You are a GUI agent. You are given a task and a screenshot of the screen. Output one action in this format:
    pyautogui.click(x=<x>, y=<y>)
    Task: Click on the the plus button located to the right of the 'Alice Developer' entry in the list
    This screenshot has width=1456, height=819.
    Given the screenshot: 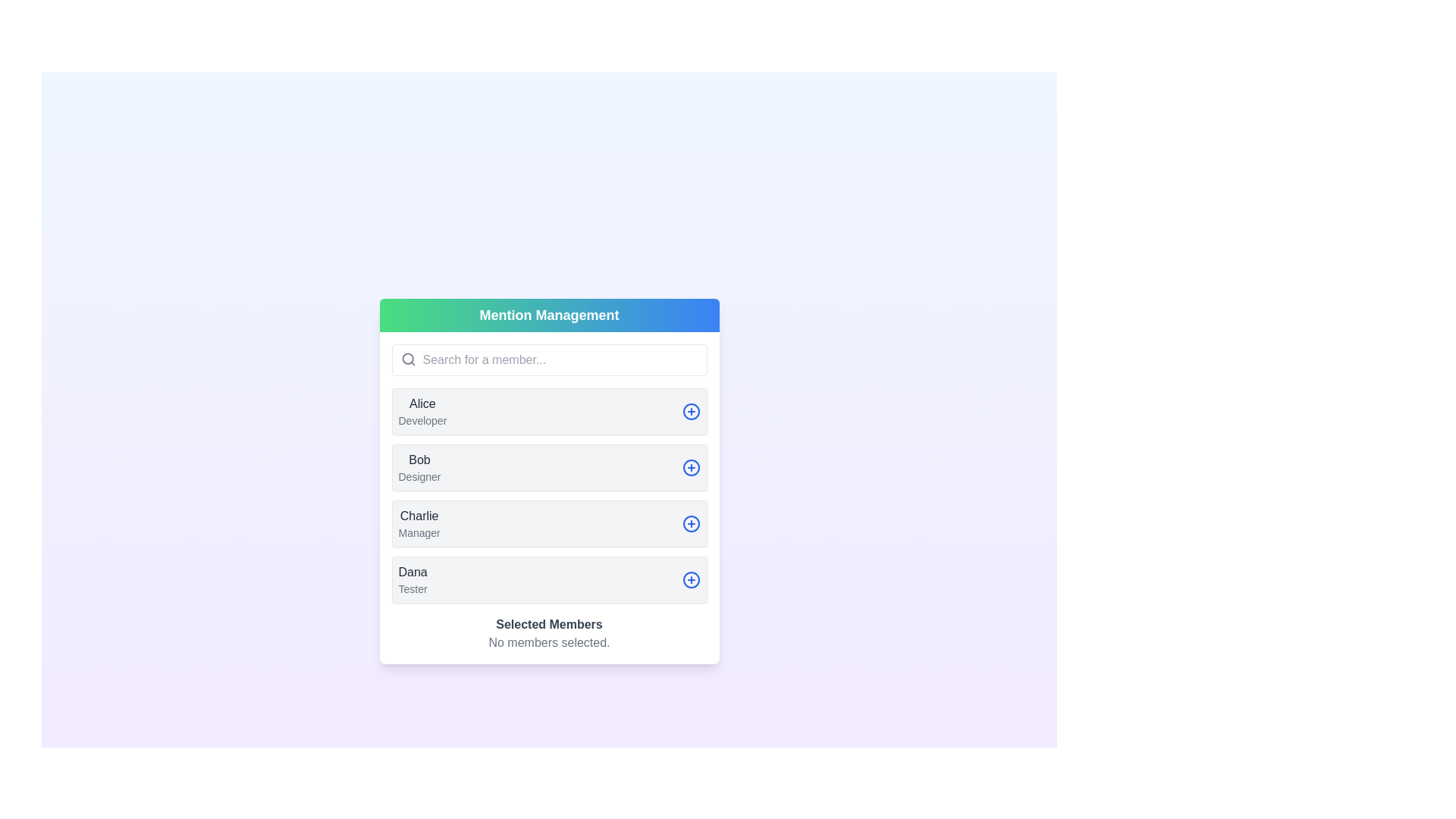 What is the action you would take?
    pyautogui.click(x=690, y=412)
    